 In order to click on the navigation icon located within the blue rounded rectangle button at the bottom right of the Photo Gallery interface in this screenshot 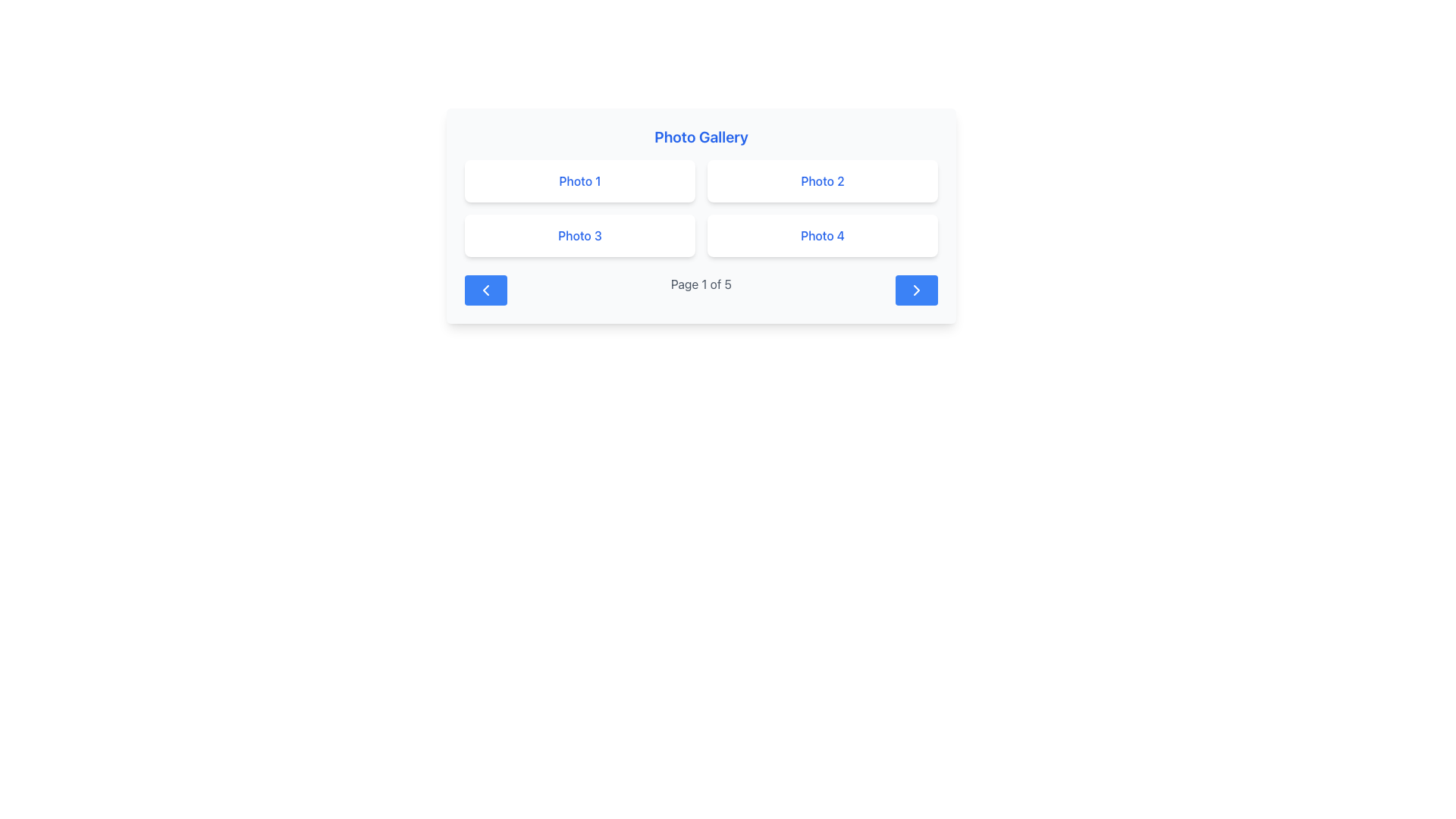, I will do `click(916, 290)`.